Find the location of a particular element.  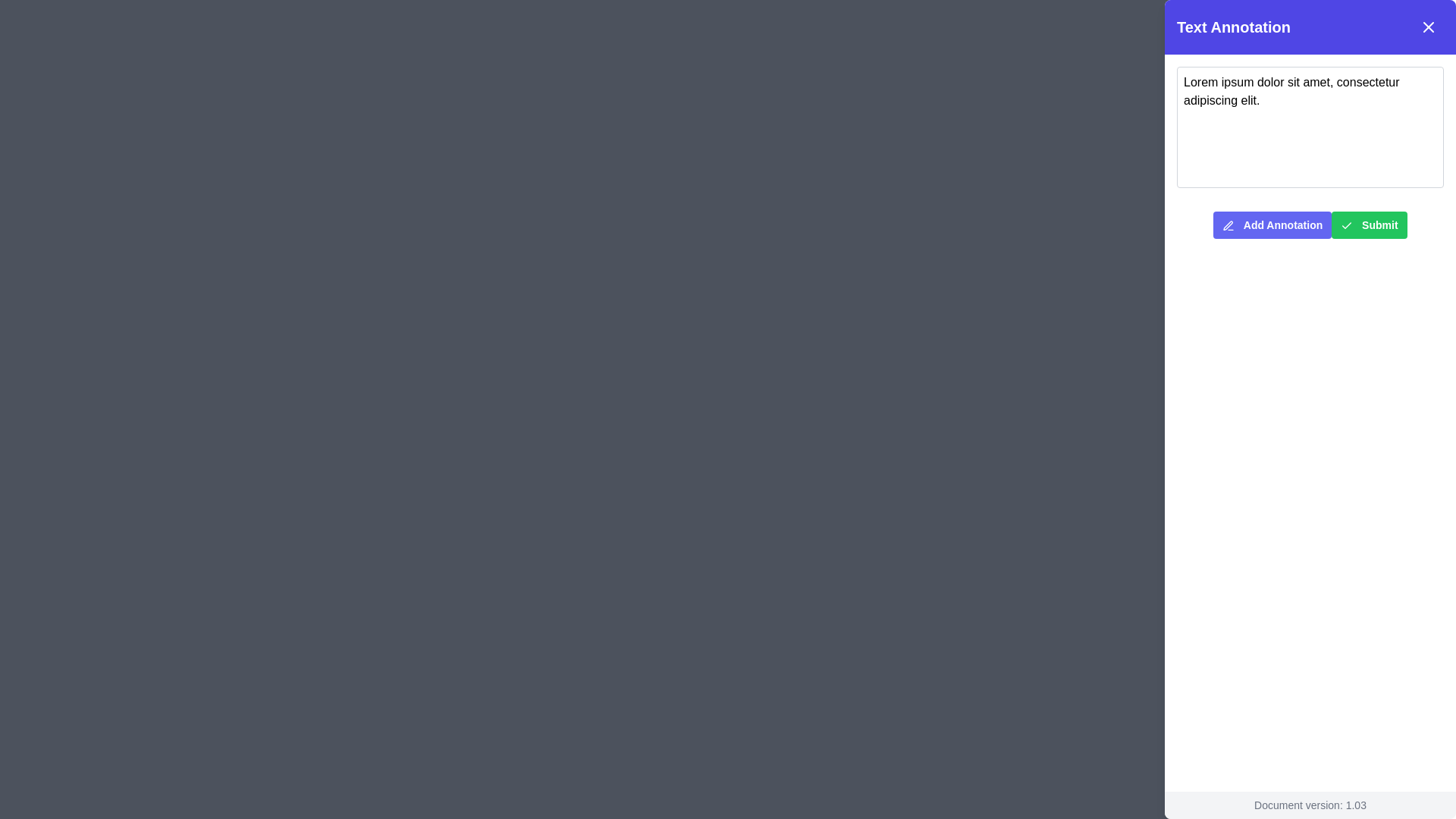

the text in the multiline text input area located near the top of the right panel, above the 'Add Annotation' and 'Submit' buttons is located at coordinates (1310, 127).